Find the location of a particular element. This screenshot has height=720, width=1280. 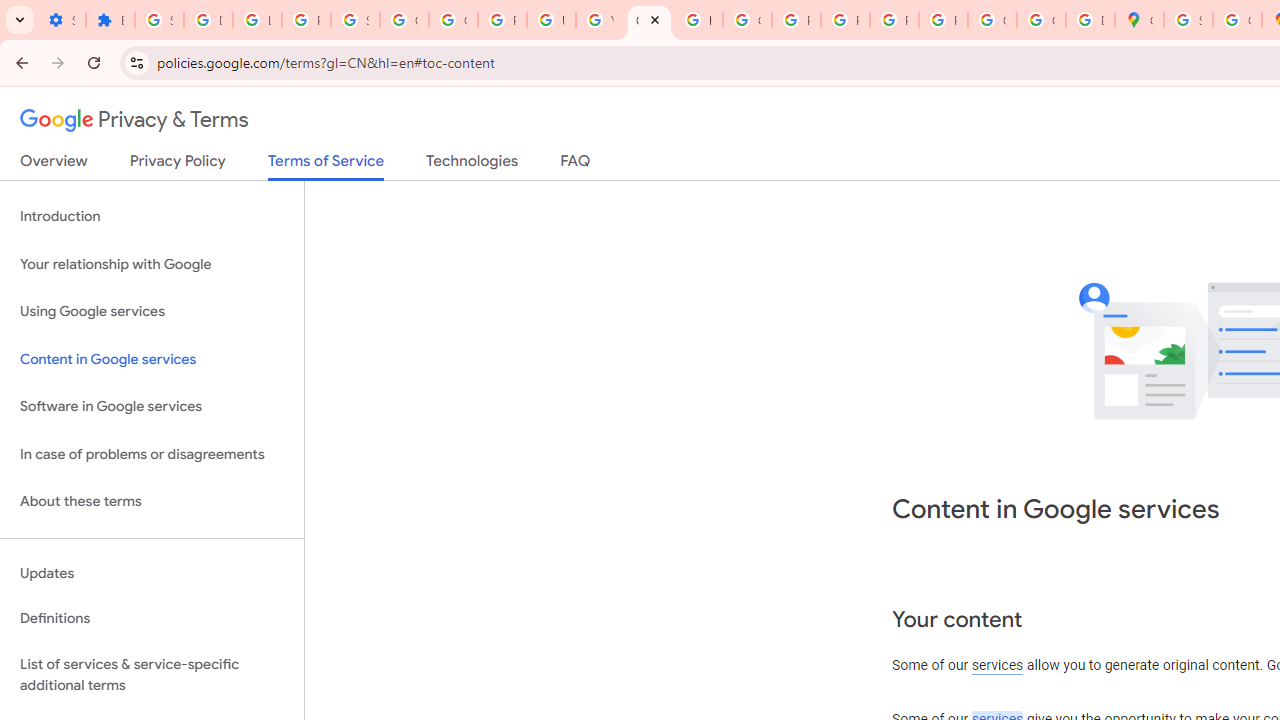

'Extensions' is located at coordinates (109, 20).